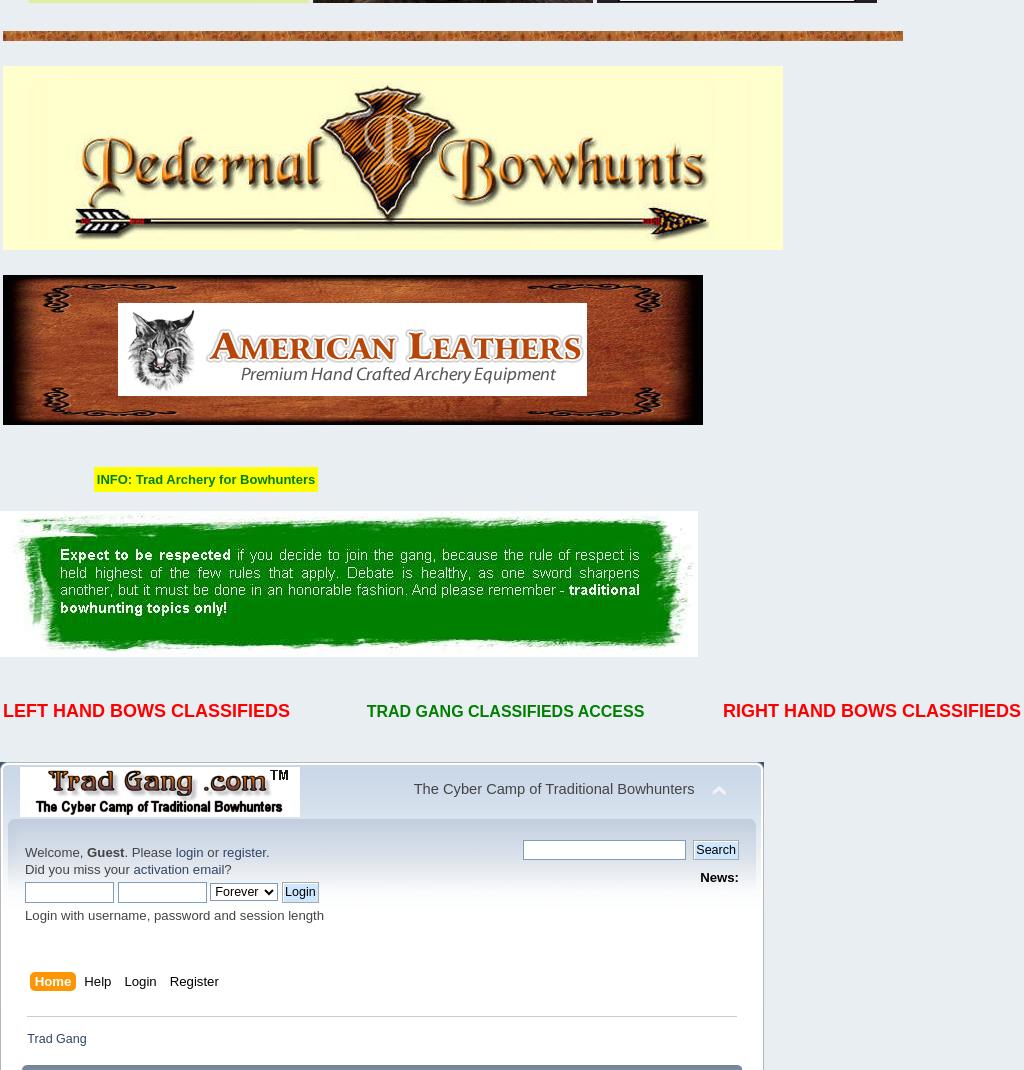  What do you see at coordinates (148, 852) in the screenshot?
I see `'. Please'` at bounding box center [148, 852].